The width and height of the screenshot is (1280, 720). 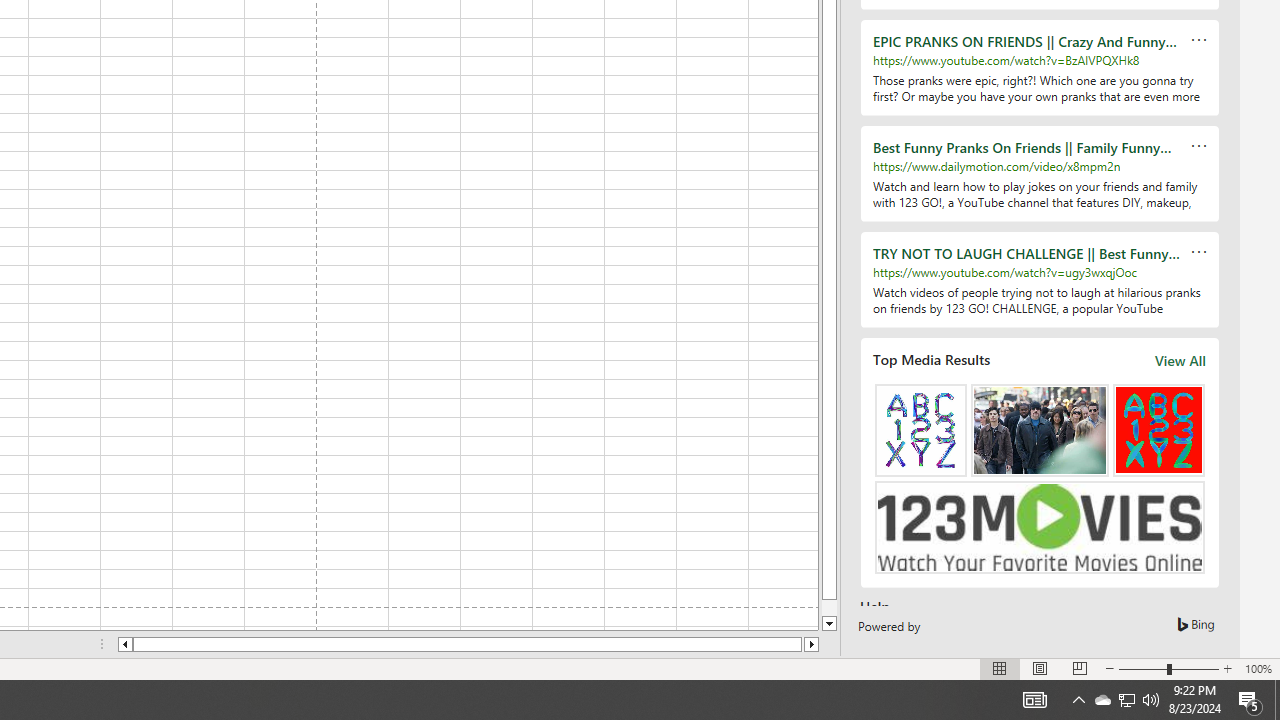 I want to click on 'Page down', so click(x=829, y=607).